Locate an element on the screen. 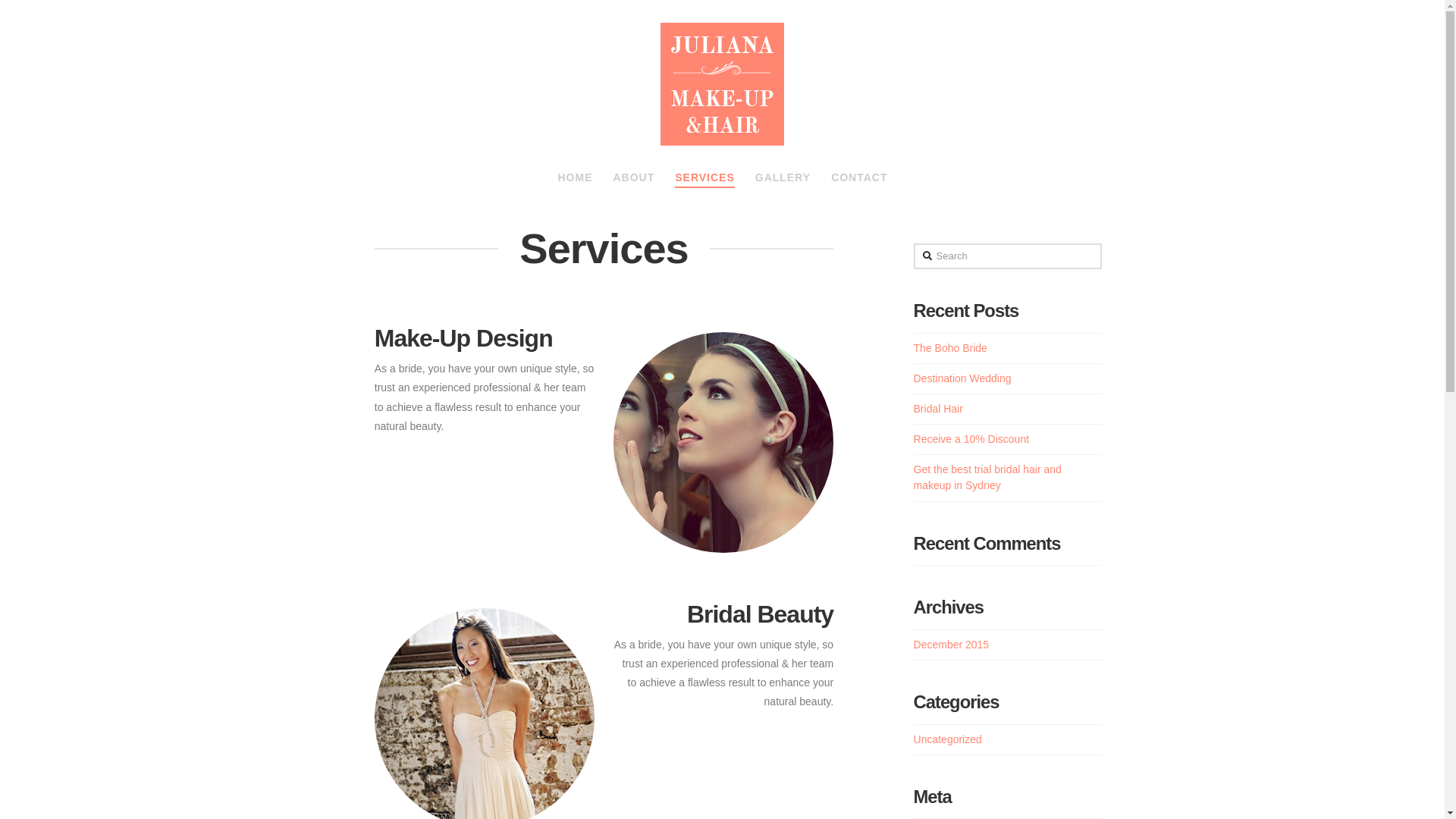 This screenshot has height=819, width=1456. 'Receive a 10% Discount' is located at coordinates (971, 438).